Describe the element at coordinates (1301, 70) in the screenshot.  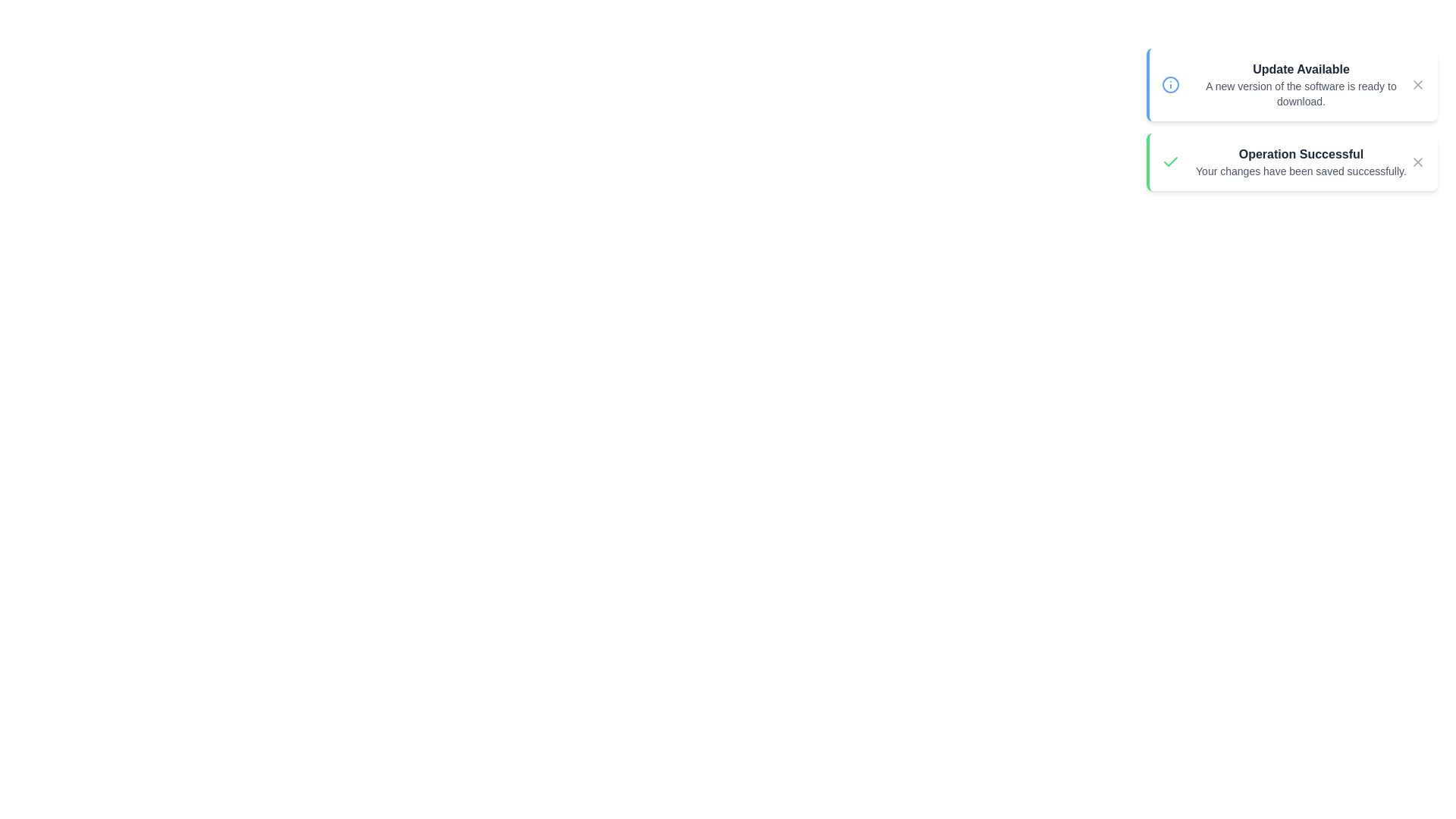
I see `text content of the Text Label that serves as the title of the notification message, positioned at the top of the notification box in the top-right section of the interface` at that location.